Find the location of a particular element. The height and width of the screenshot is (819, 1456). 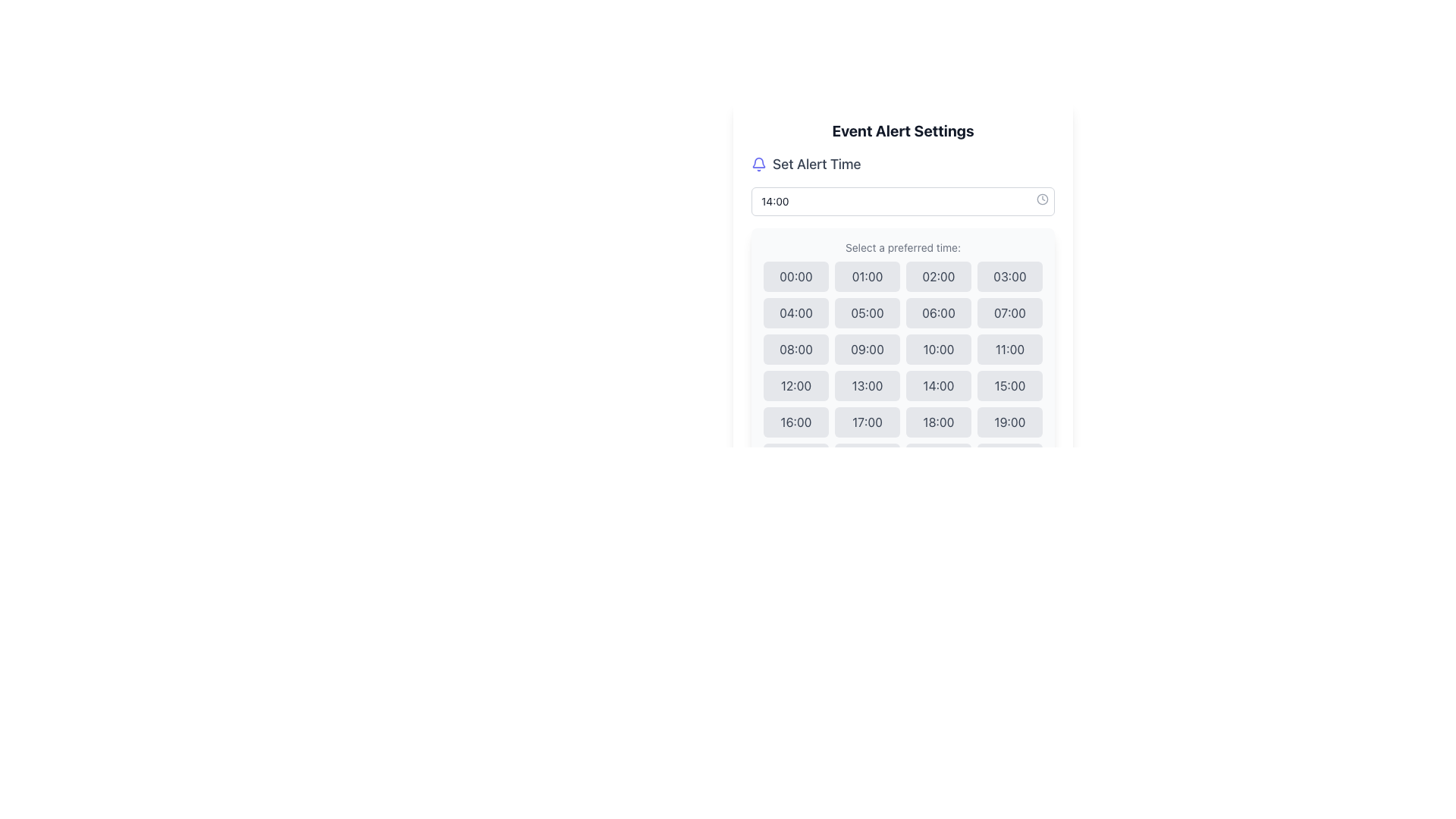

the interactive button for selecting the time '11:00', which is located in the third row and fourth column of a 6x4 grid layout of time buttons is located at coordinates (1009, 350).